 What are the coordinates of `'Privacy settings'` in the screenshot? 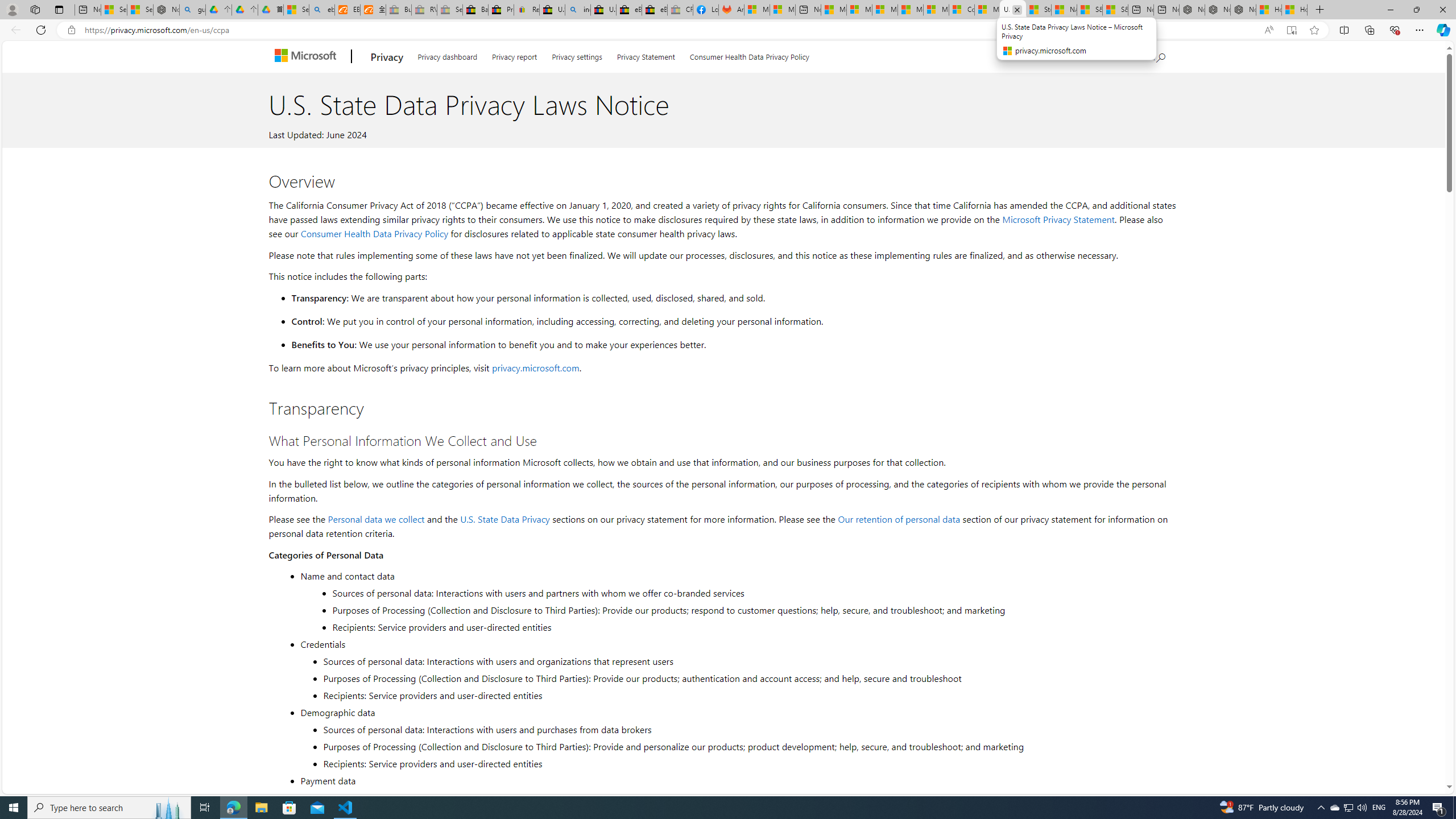 It's located at (576, 55).